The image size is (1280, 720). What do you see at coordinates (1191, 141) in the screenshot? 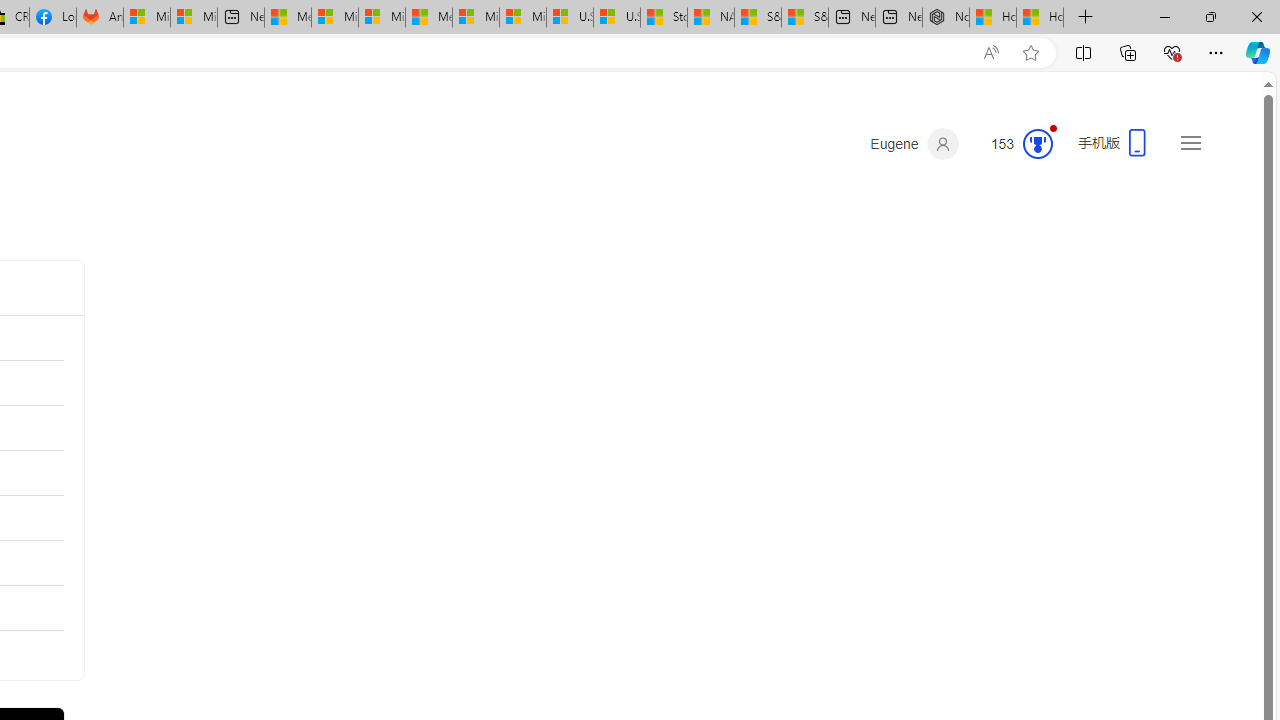
I see `'Settings and quick links'` at bounding box center [1191, 141].